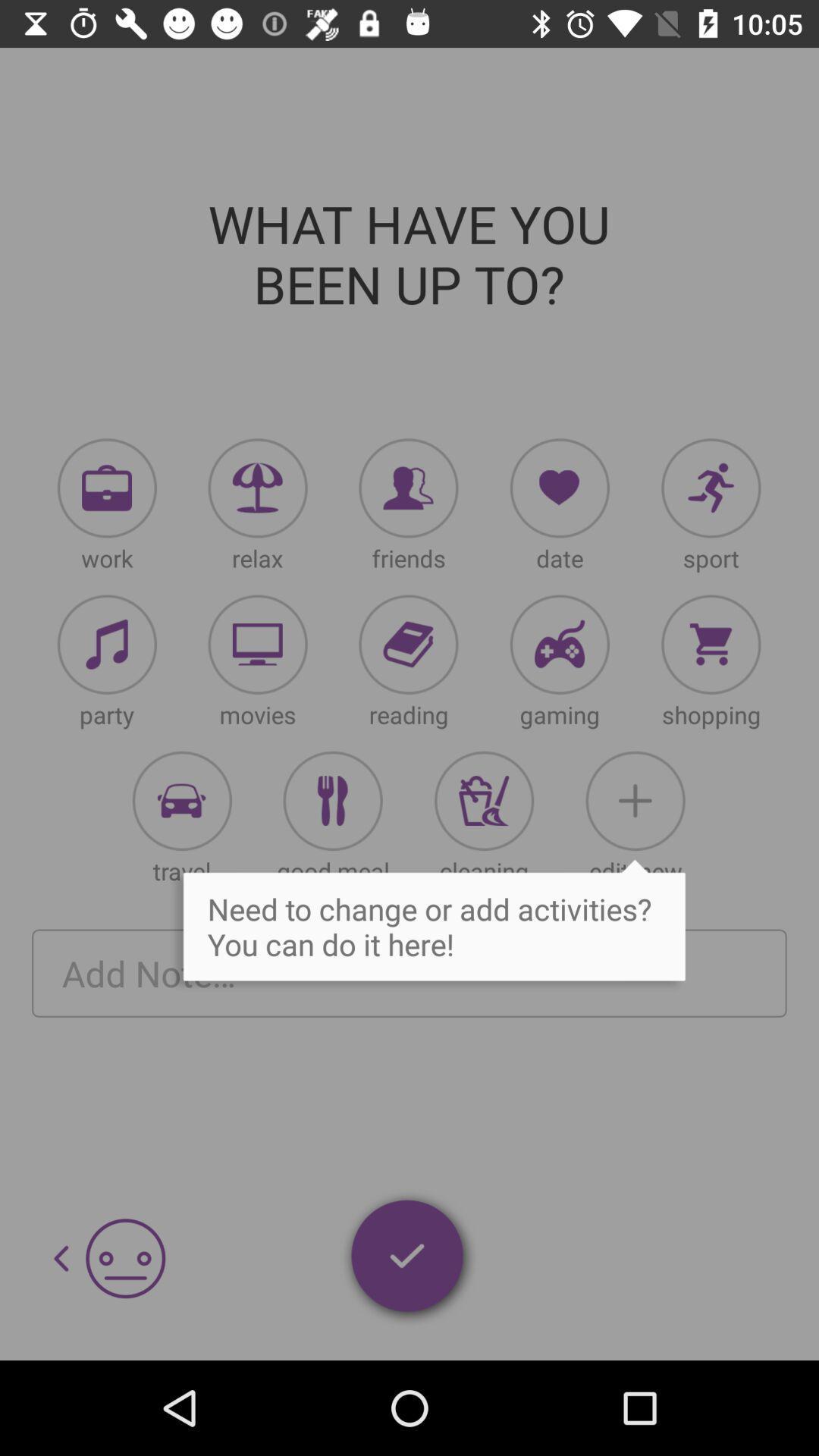 The image size is (819, 1456). I want to click on gaming button, so click(560, 645).